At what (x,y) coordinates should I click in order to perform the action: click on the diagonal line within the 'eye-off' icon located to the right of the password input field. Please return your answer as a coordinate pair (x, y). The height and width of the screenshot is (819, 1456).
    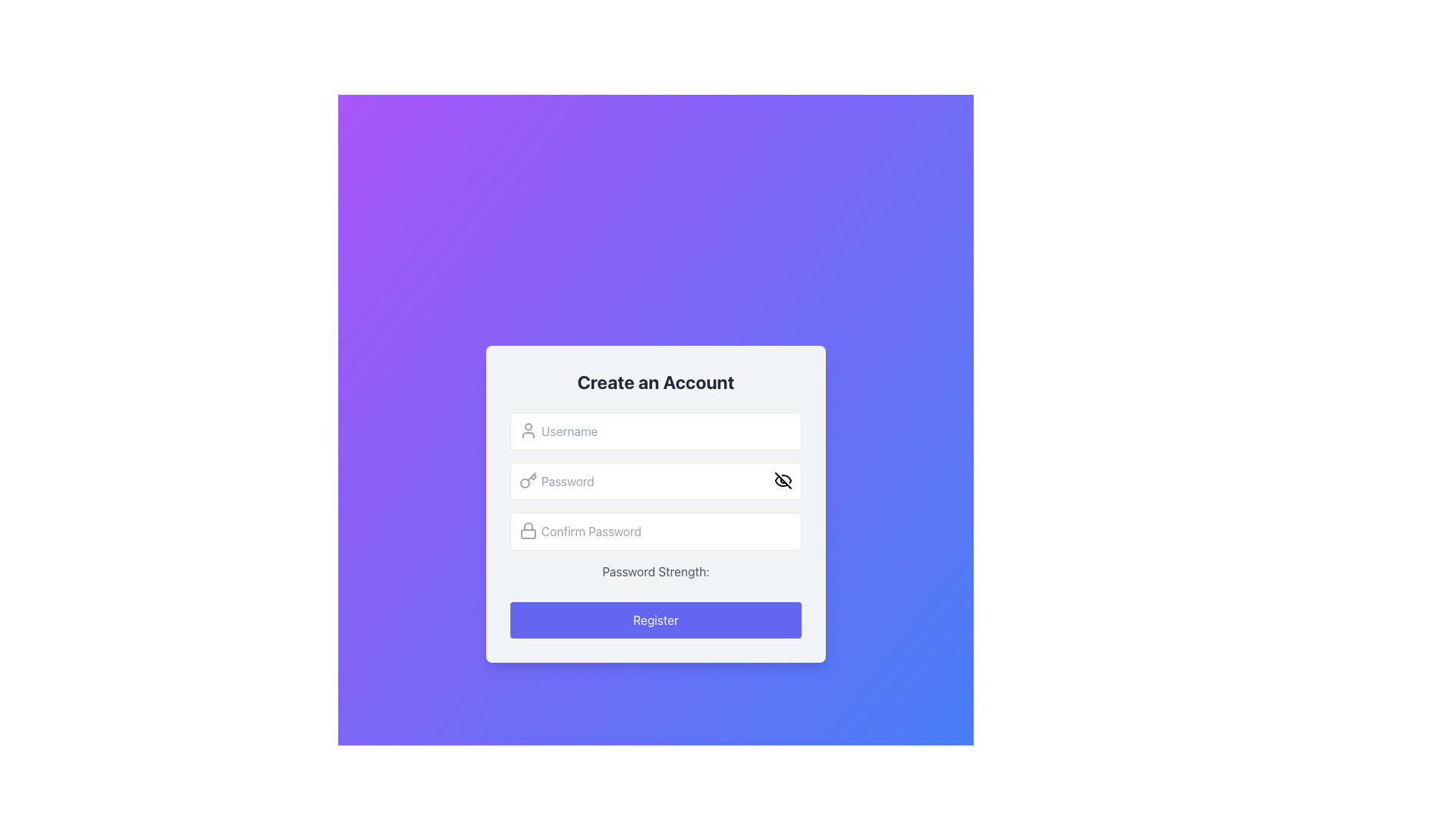
    Looking at the image, I should click on (783, 480).